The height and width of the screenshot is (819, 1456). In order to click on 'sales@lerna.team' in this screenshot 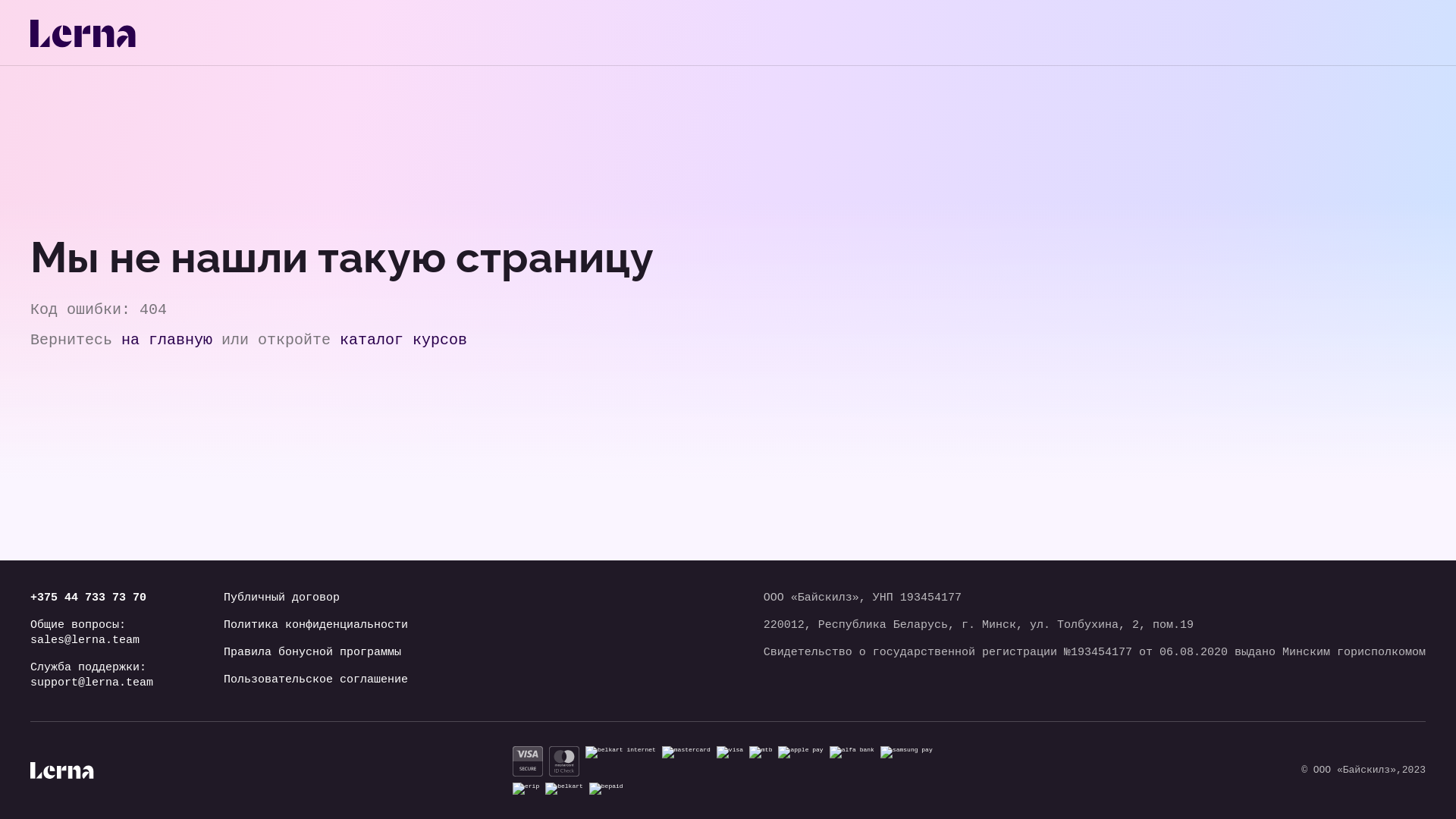, I will do `click(90, 640)`.